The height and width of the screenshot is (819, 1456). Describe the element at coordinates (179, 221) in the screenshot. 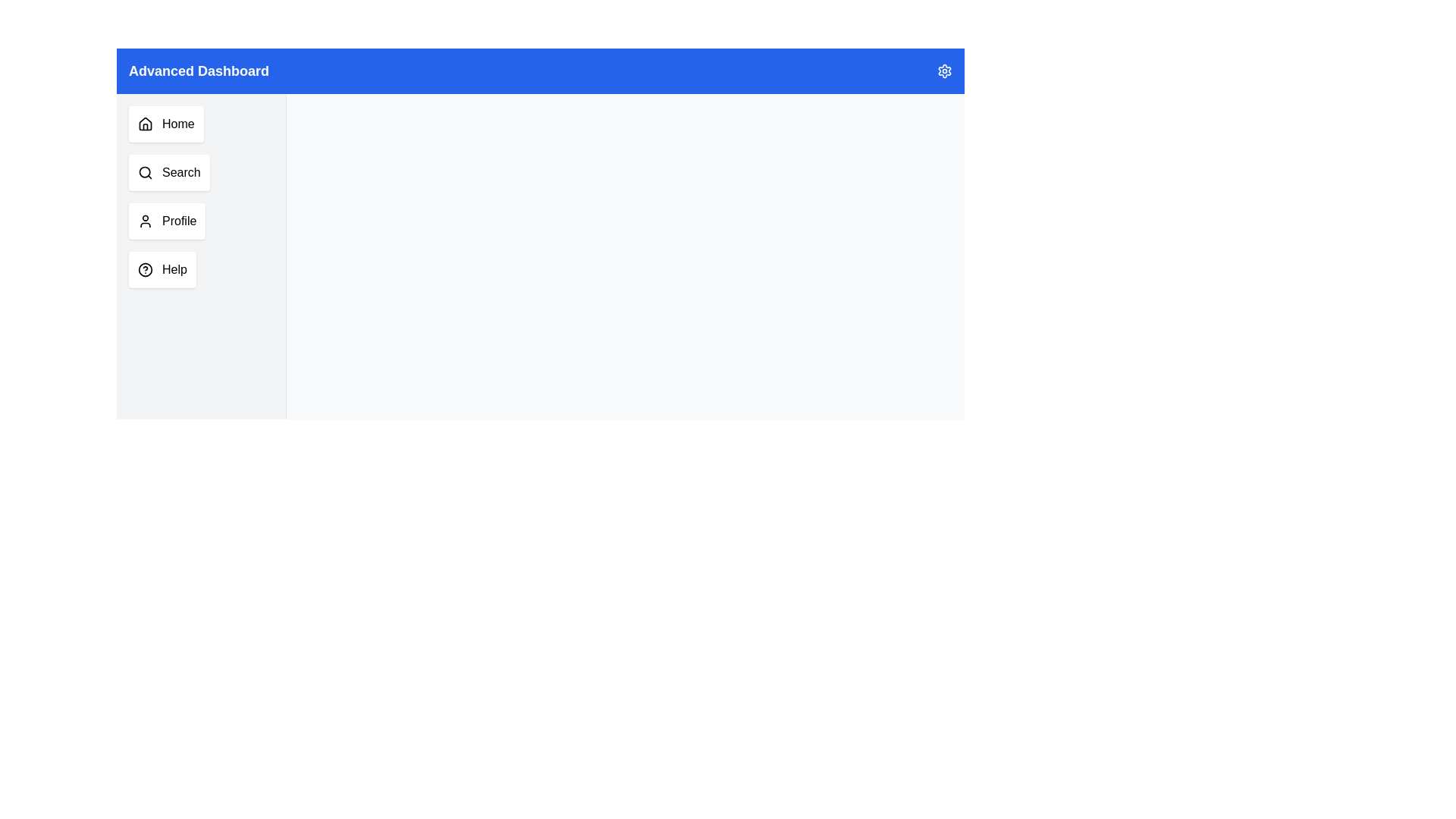

I see `the 'Profile' text label in the sidebar, which is styled with a simple font and positioned next to a user icon` at that location.